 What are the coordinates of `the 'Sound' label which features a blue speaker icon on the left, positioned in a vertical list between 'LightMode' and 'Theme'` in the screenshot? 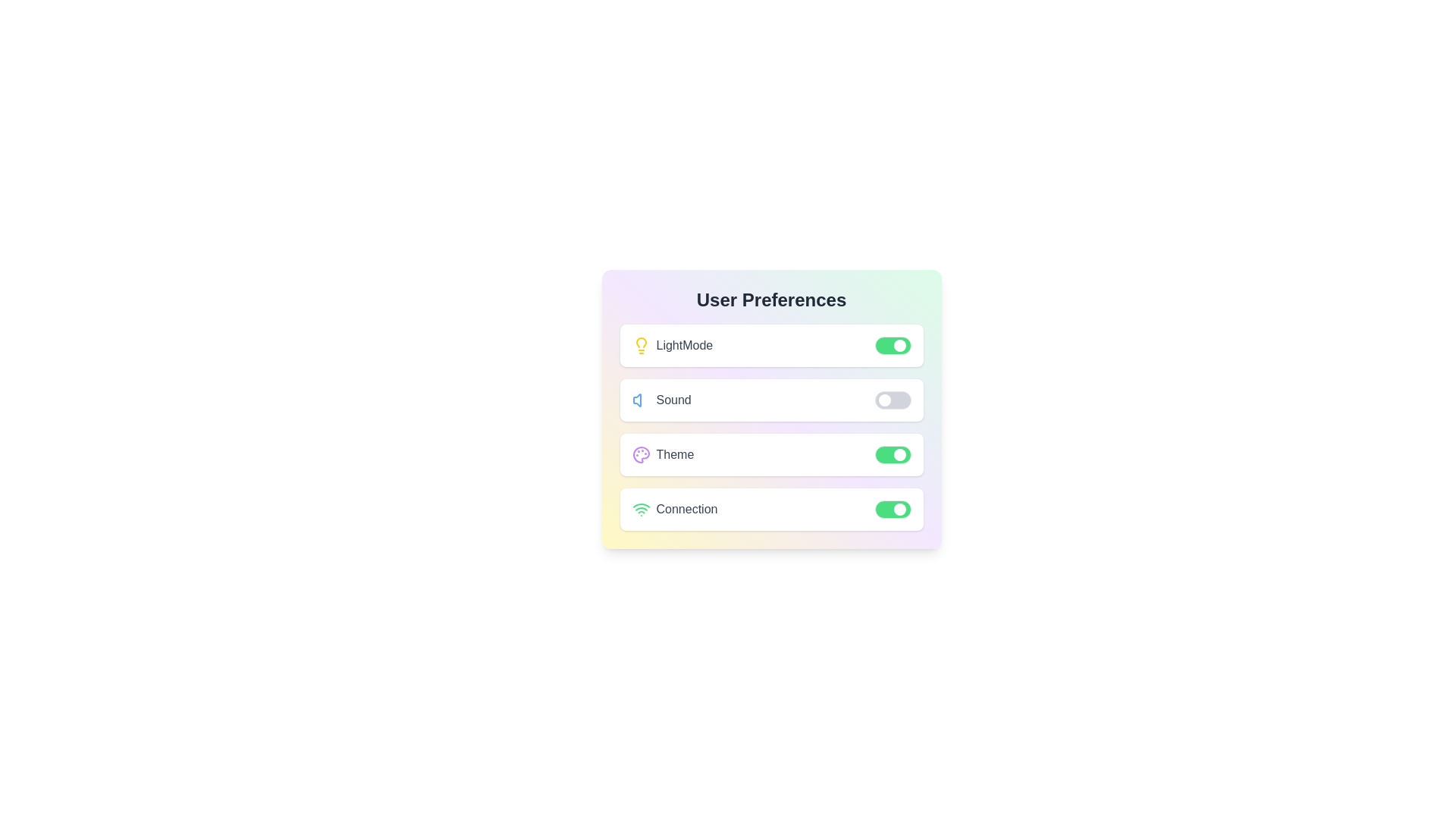 It's located at (661, 400).